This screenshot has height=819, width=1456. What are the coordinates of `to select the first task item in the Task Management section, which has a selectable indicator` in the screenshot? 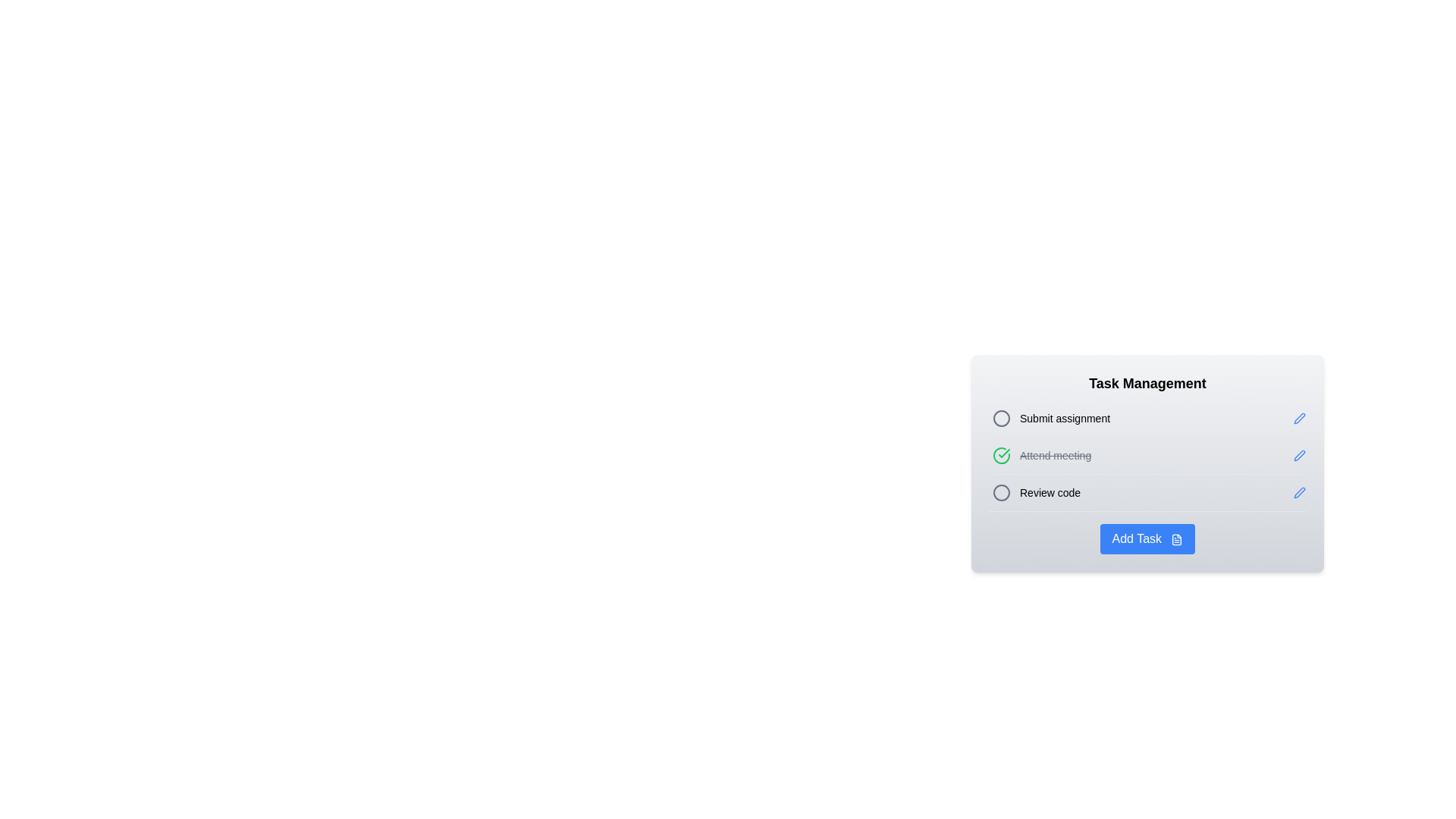 It's located at (1048, 418).